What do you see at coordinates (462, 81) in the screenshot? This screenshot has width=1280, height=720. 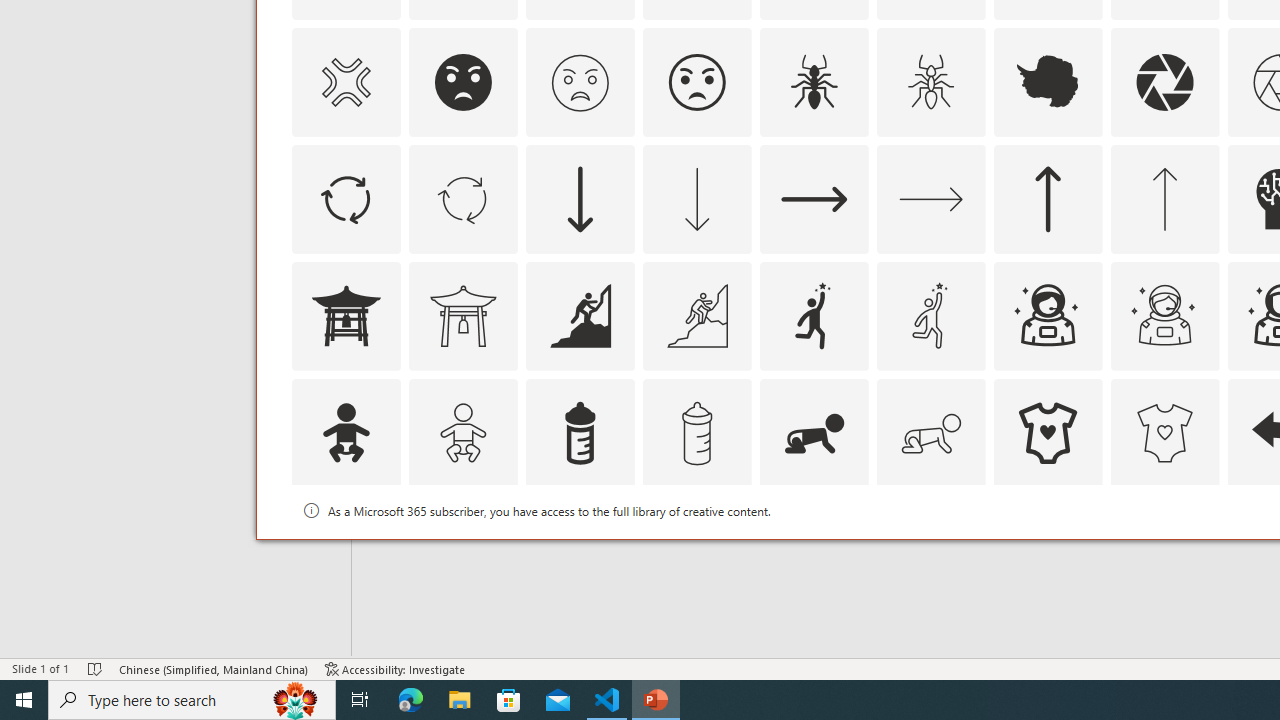 I see `'AutomationID: Icons_AngryFace'` at bounding box center [462, 81].